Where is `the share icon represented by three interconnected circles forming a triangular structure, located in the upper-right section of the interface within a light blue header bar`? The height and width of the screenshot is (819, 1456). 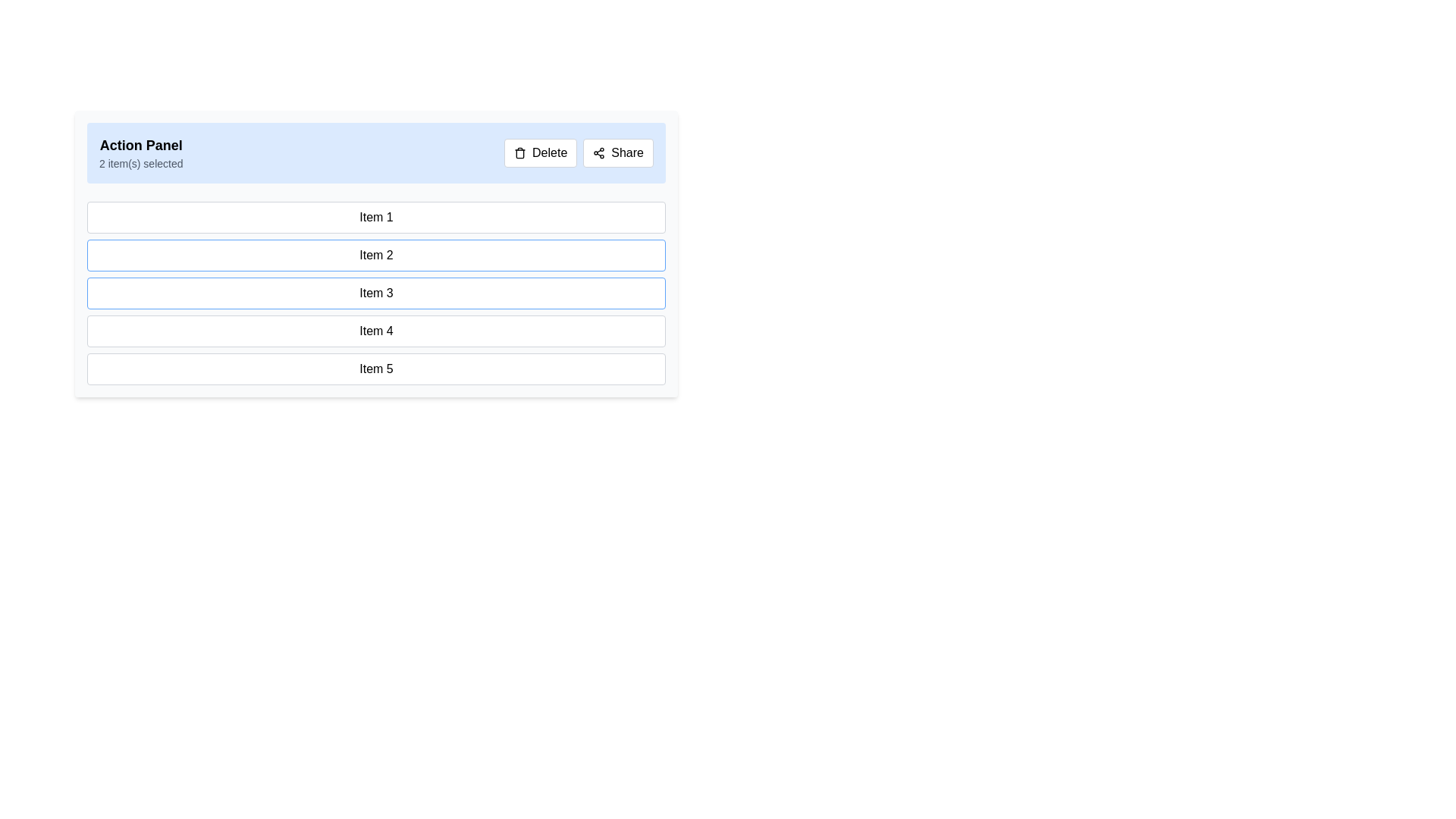
the share icon represented by three interconnected circles forming a triangular structure, located in the upper-right section of the interface within a light blue header bar is located at coordinates (598, 152).